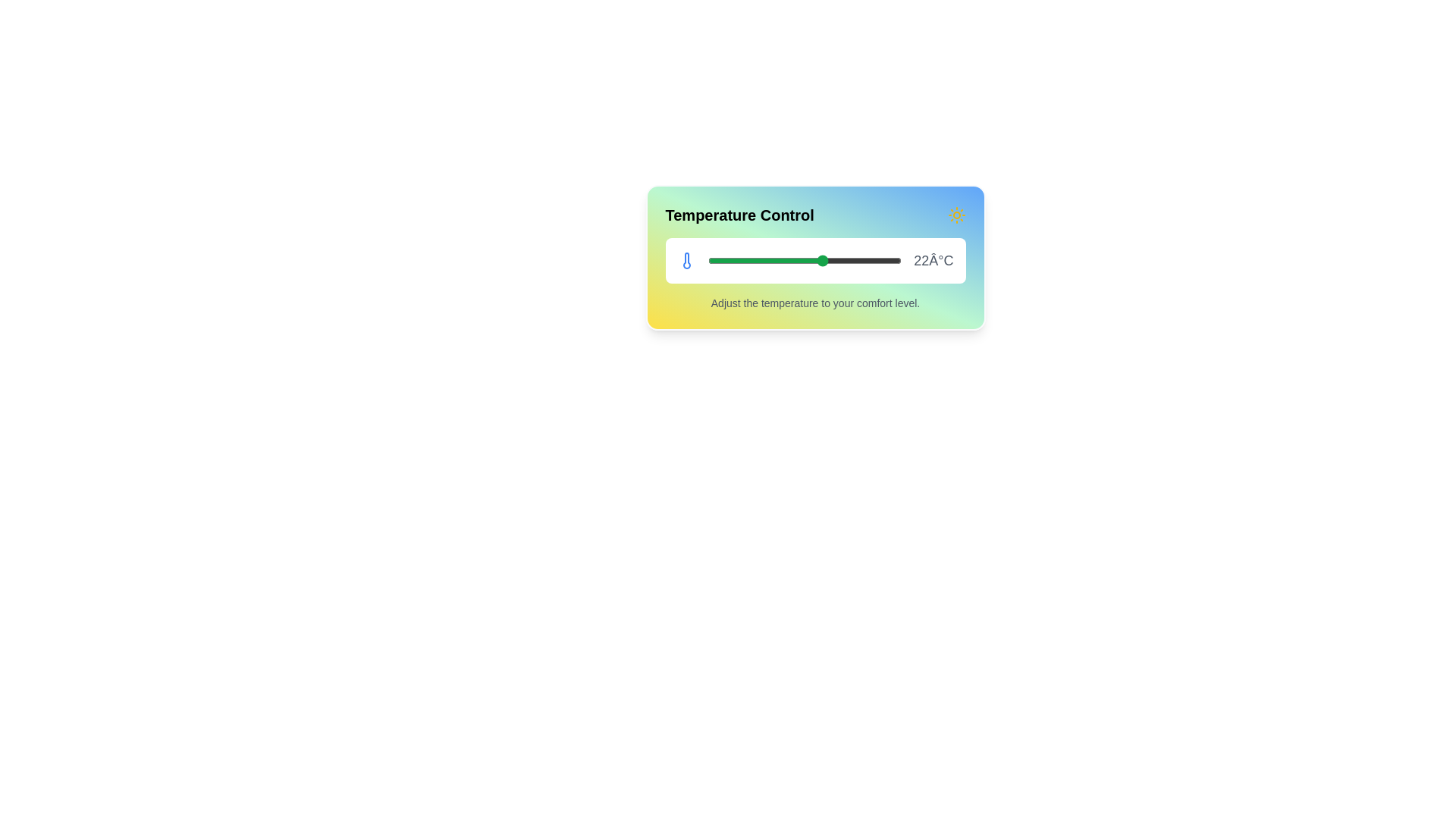 The width and height of the screenshot is (1456, 819). Describe the element at coordinates (892, 256) in the screenshot. I see `the temperature` at that location.